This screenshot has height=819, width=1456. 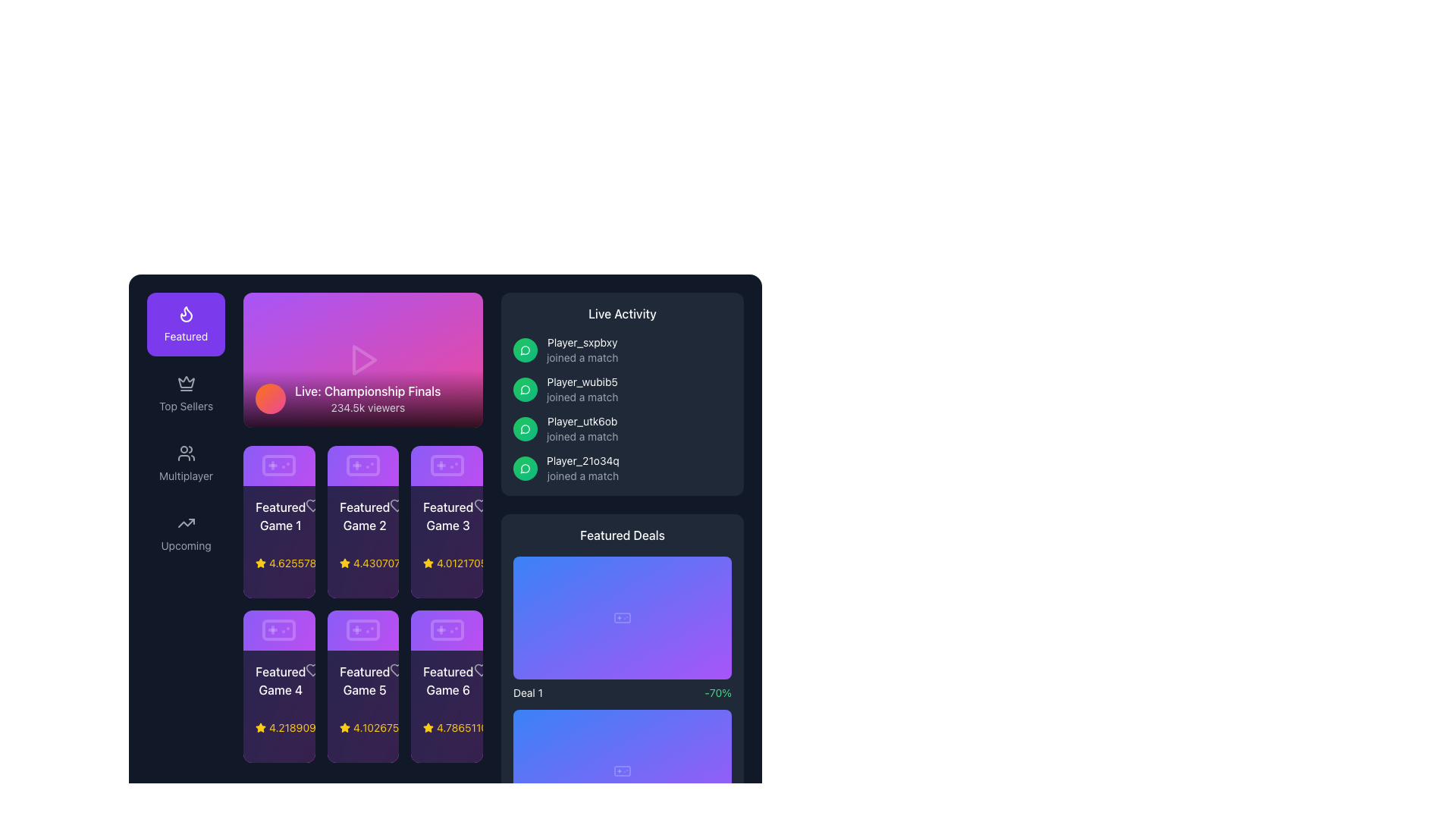 What do you see at coordinates (525, 467) in the screenshot?
I see `the decorative icon indicating activity, located to the left of the text message 'Player_21o34q joined a match'` at bounding box center [525, 467].